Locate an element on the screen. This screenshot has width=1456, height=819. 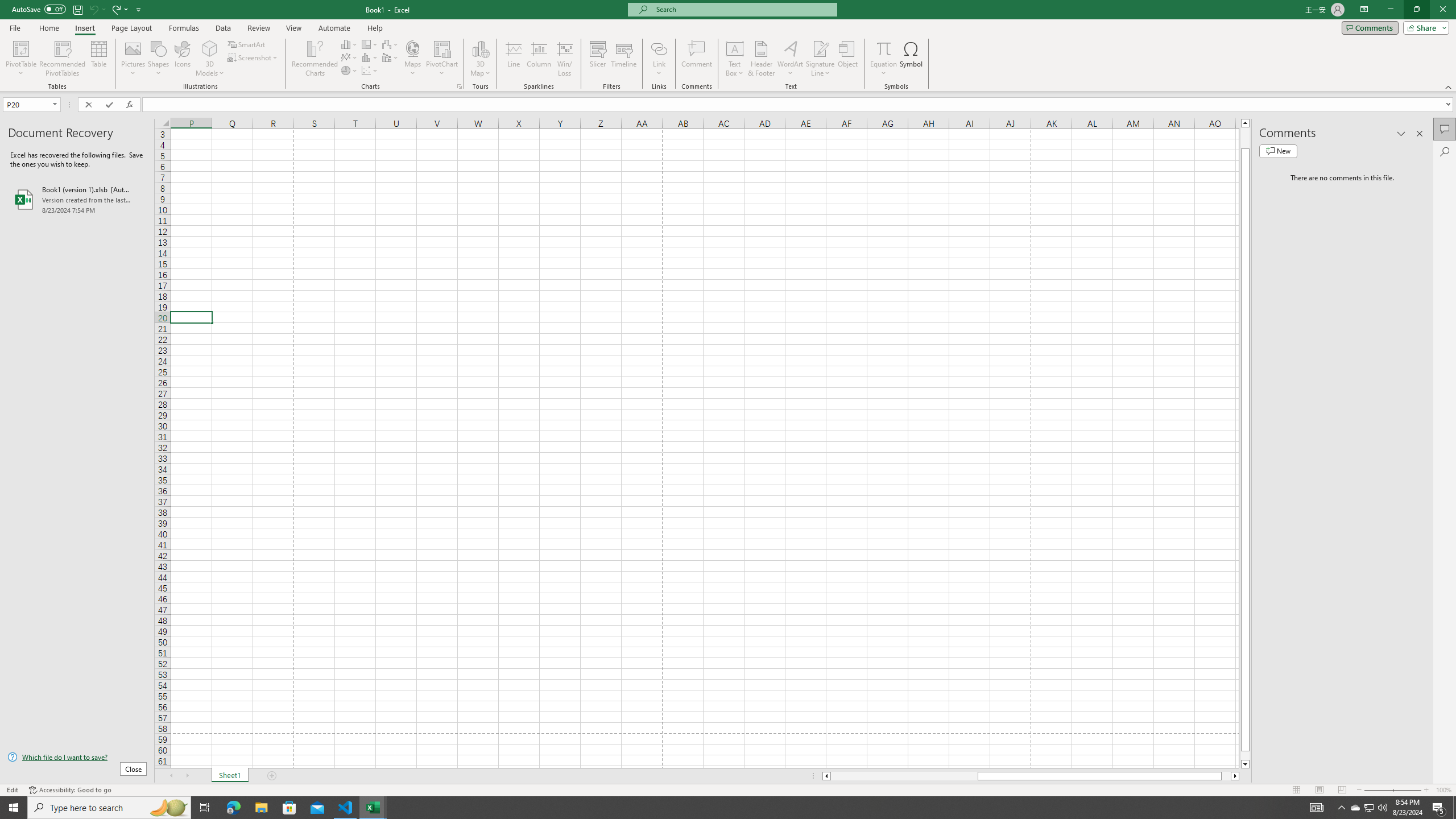
'Insert Scatter (X, Y) or Bubble Chart' is located at coordinates (369, 69).